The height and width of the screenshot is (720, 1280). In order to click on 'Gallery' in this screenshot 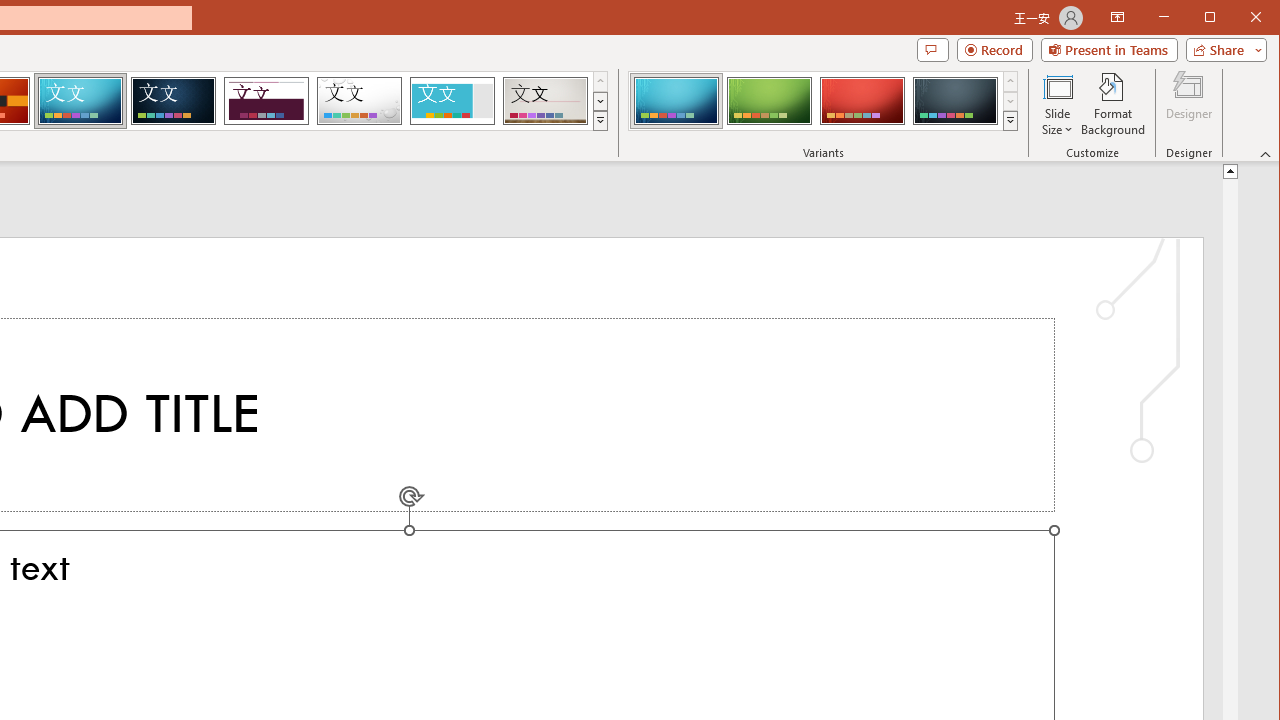, I will do `click(545, 100)`.